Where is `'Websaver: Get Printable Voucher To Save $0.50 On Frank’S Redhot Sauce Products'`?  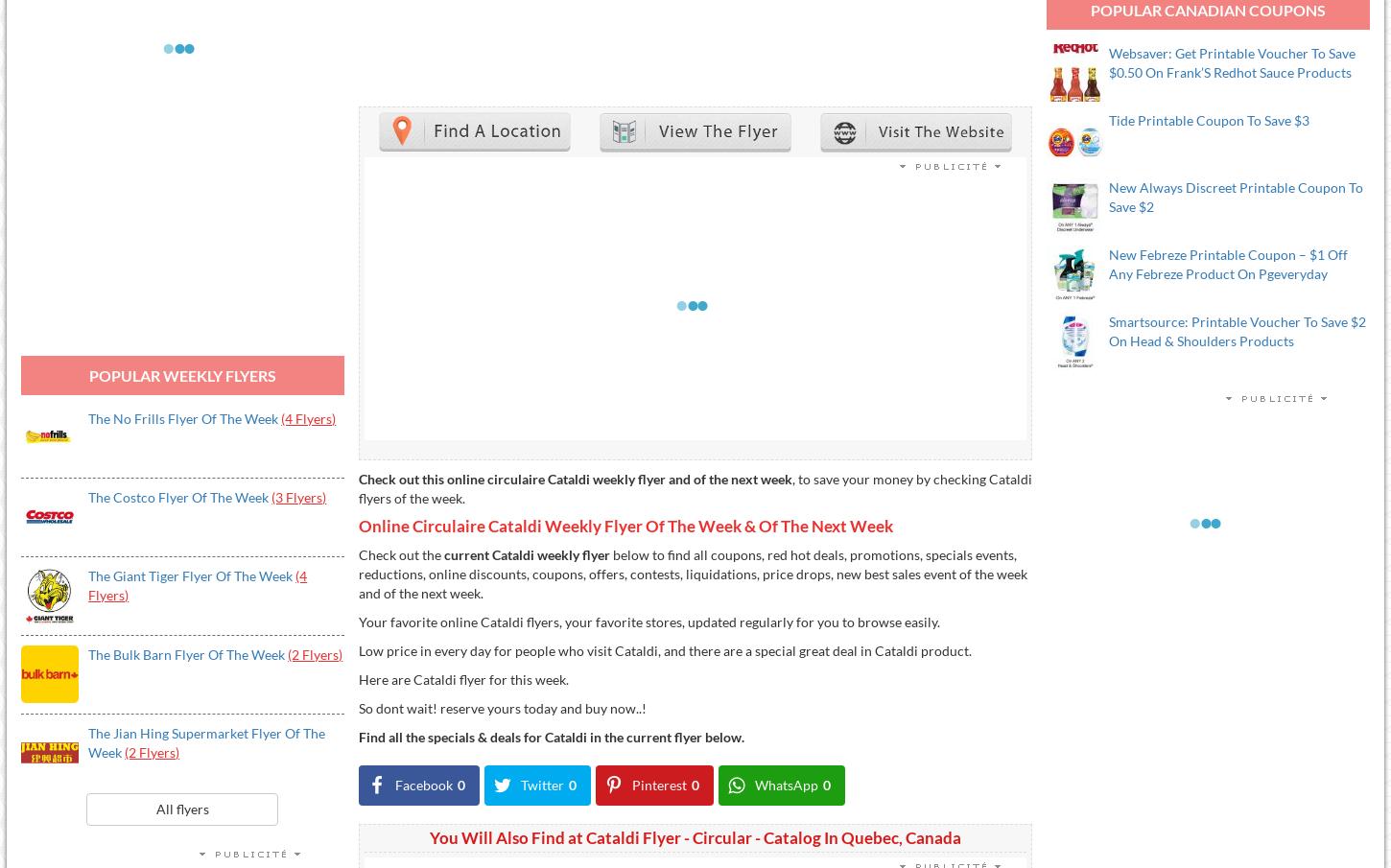 'Websaver: Get Printable Voucher To Save $0.50 On Frank’S Redhot Sauce Products' is located at coordinates (1232, 62).